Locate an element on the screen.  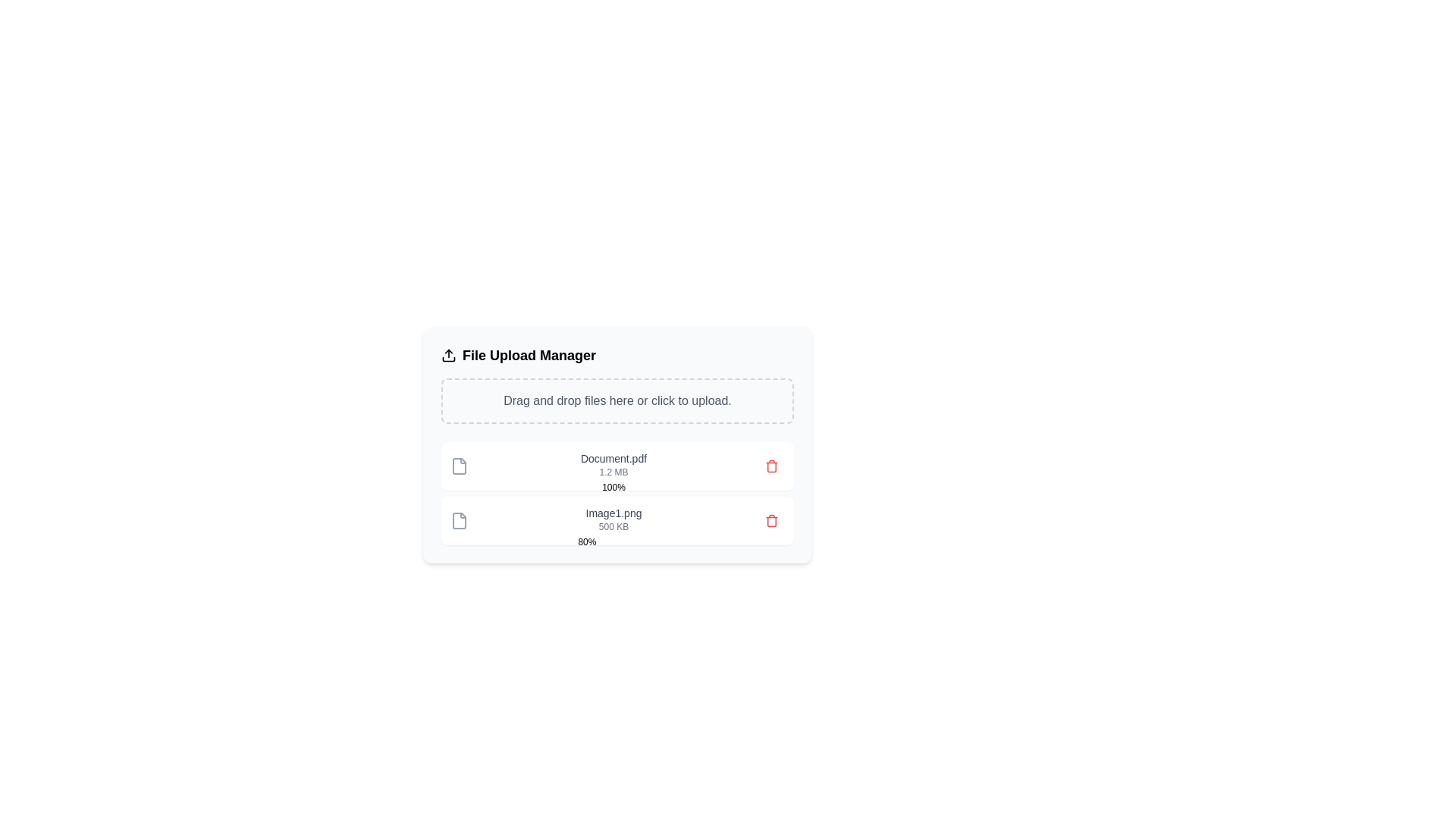
inside the interactive file upload area, which has a dashed outline and the text 'Drag and drop files here or click to upload.' is located at coordinates (617, 400).